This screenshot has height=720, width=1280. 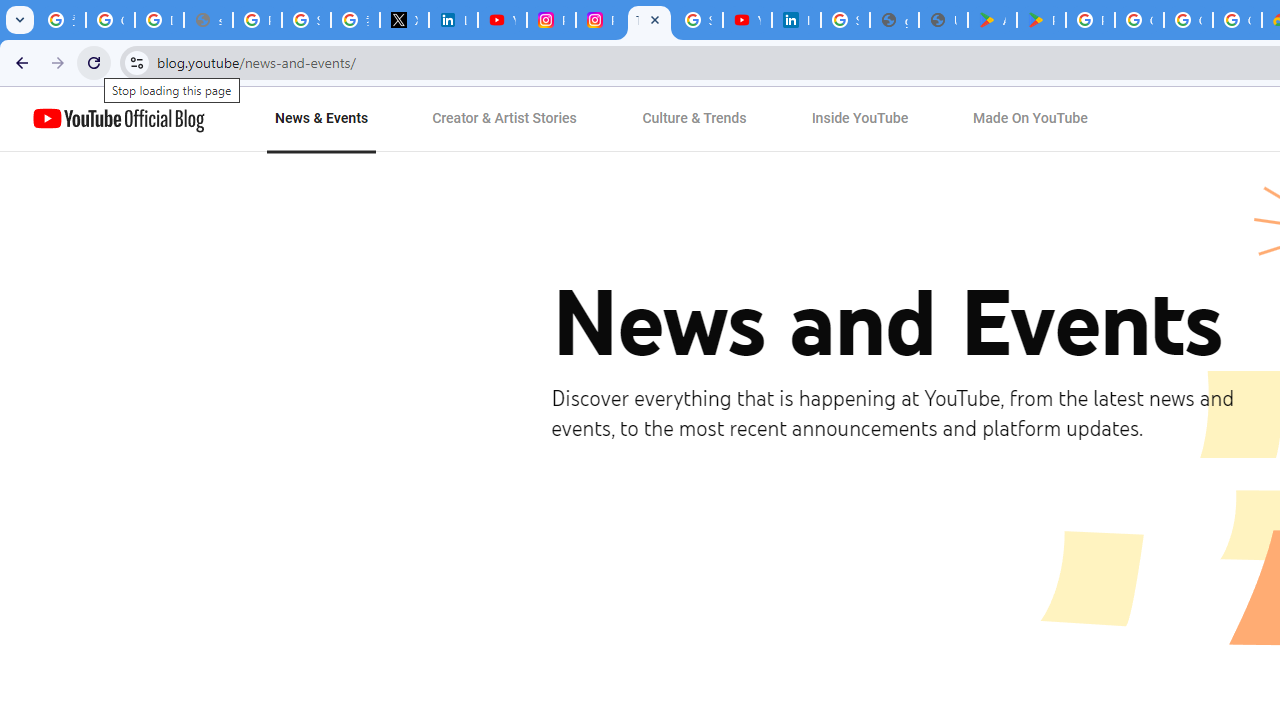 I want to click on 'LinkedIn Privacy Policy', so click(x=452, y=20).